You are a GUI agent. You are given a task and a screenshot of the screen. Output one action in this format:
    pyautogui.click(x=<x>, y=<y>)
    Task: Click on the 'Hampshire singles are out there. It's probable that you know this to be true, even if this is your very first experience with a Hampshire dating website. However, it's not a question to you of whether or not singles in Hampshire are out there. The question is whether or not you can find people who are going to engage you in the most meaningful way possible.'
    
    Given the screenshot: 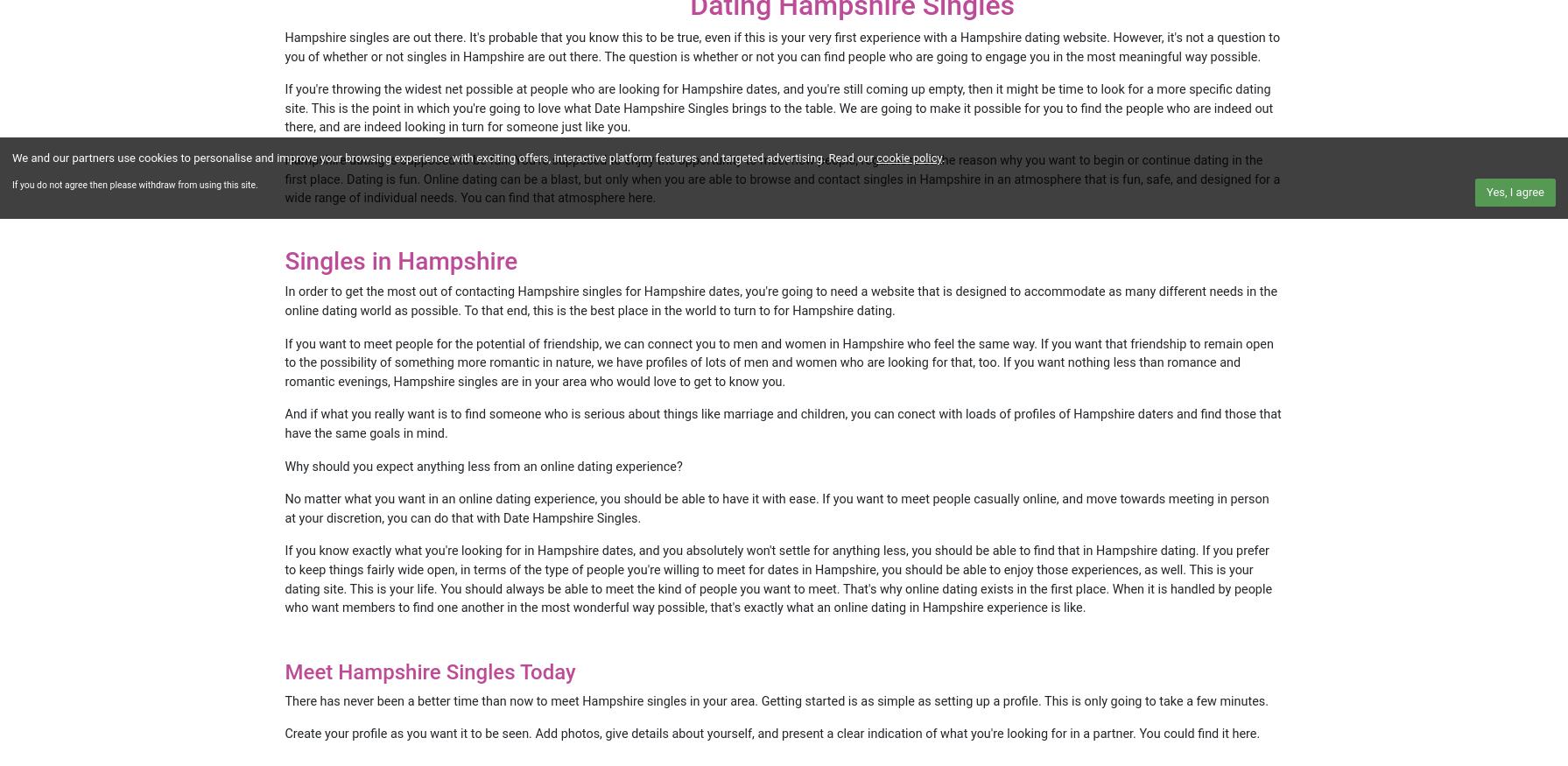 What is the action you would take?
    pyautogui.click(x=782, y=46)
    